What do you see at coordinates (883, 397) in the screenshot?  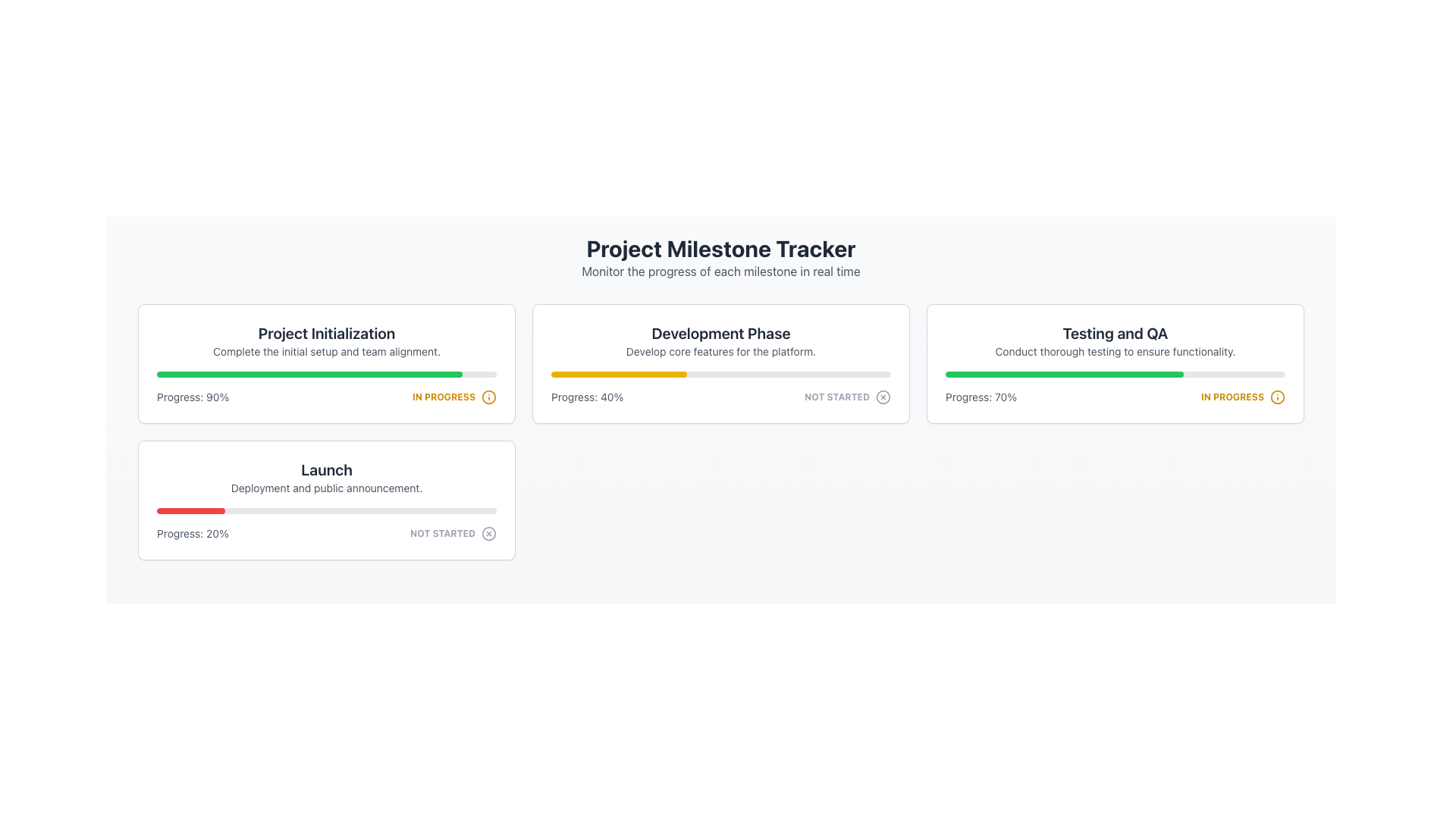 I see `the inactive status icon, which is represented by a circular outline within a crossed-out circle icon in the bottom right of the 'Development Phase' panel` at bounding box center [883, 397].